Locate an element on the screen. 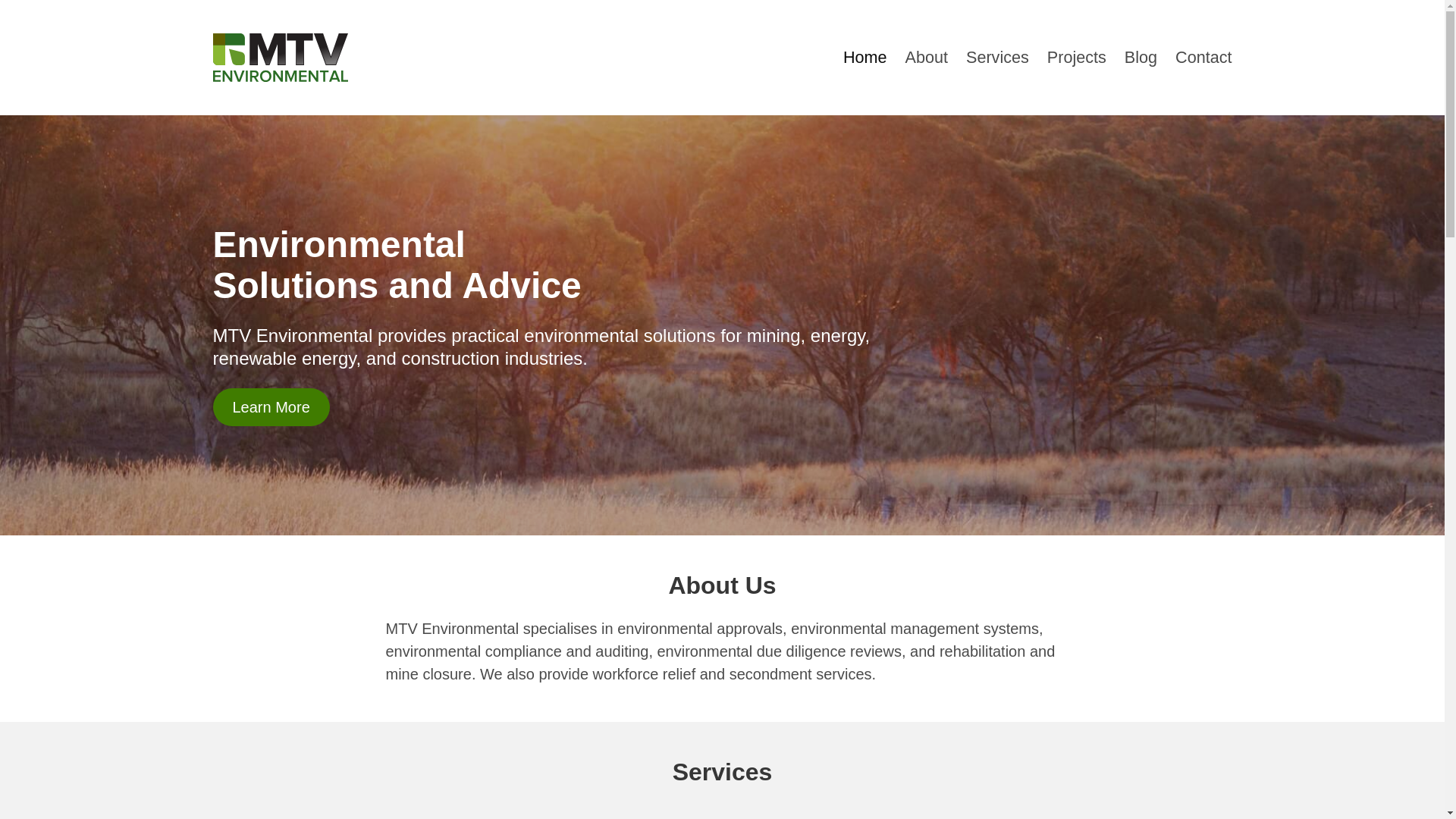 The height and width of the screenshot is (819, 1456). 'Projects' is located at coordinates (1076, 57).